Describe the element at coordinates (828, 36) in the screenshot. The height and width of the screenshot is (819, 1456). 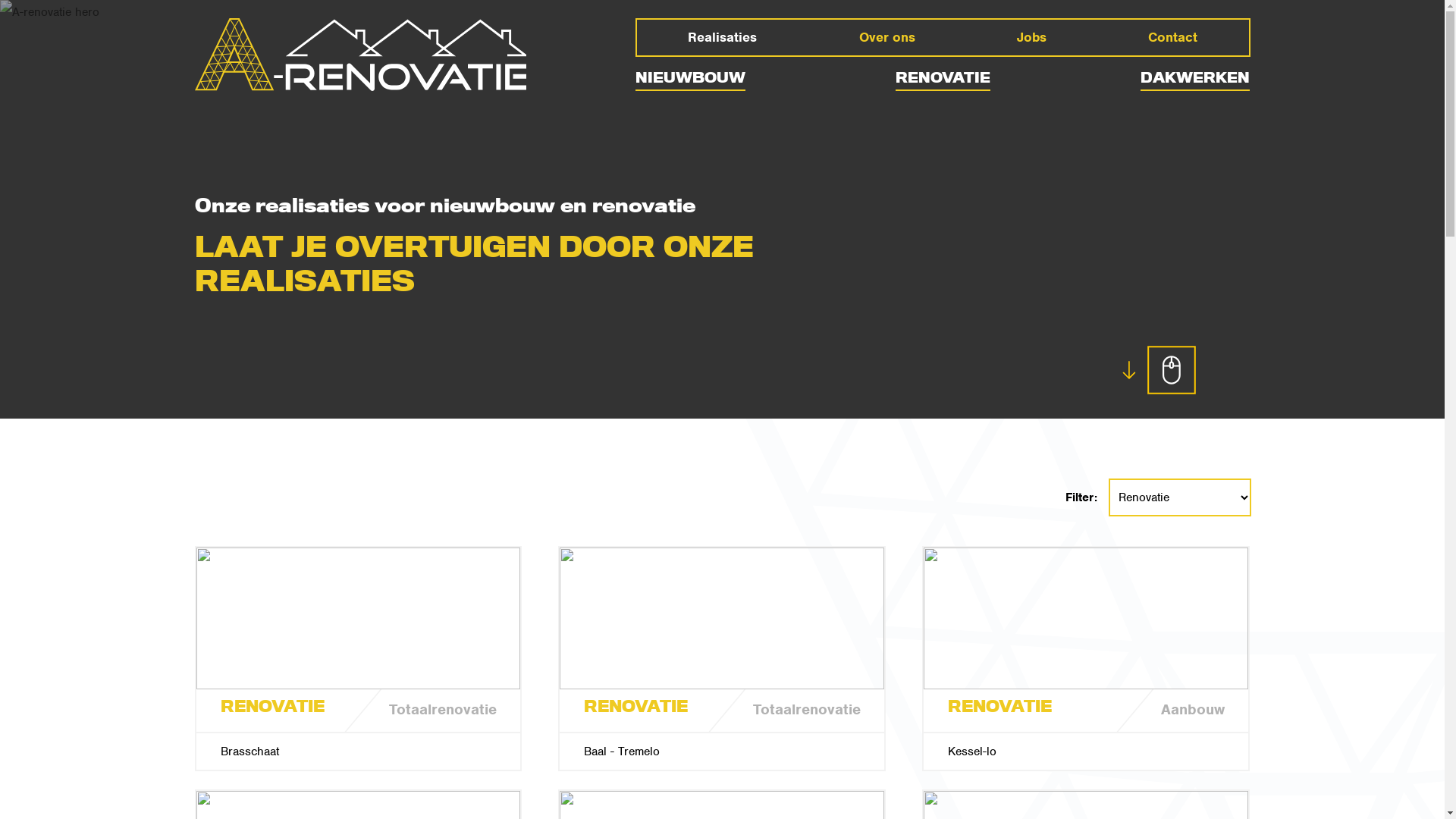
I see `'Over ons'` at that location.